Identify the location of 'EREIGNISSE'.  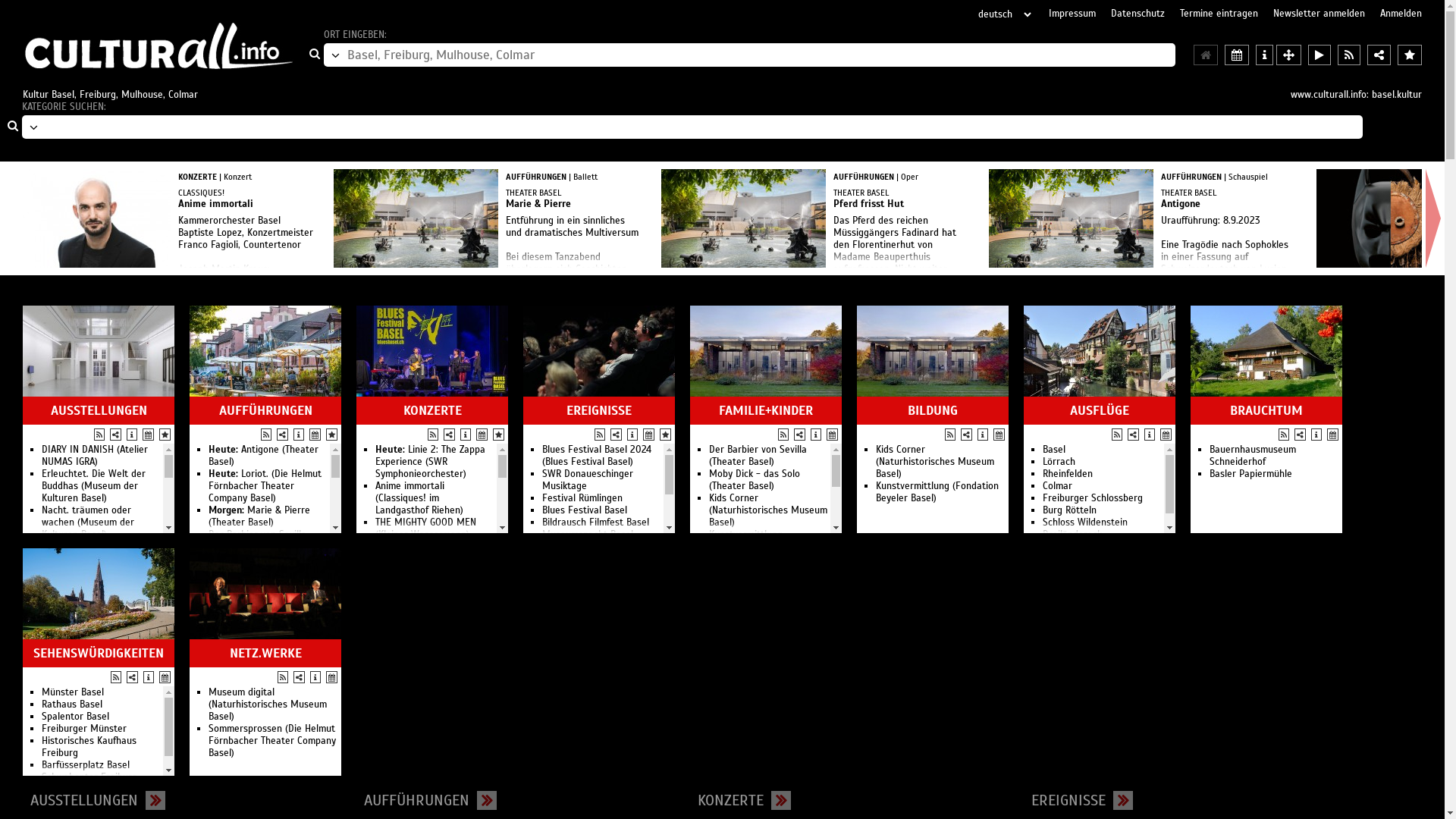
(598, 410).